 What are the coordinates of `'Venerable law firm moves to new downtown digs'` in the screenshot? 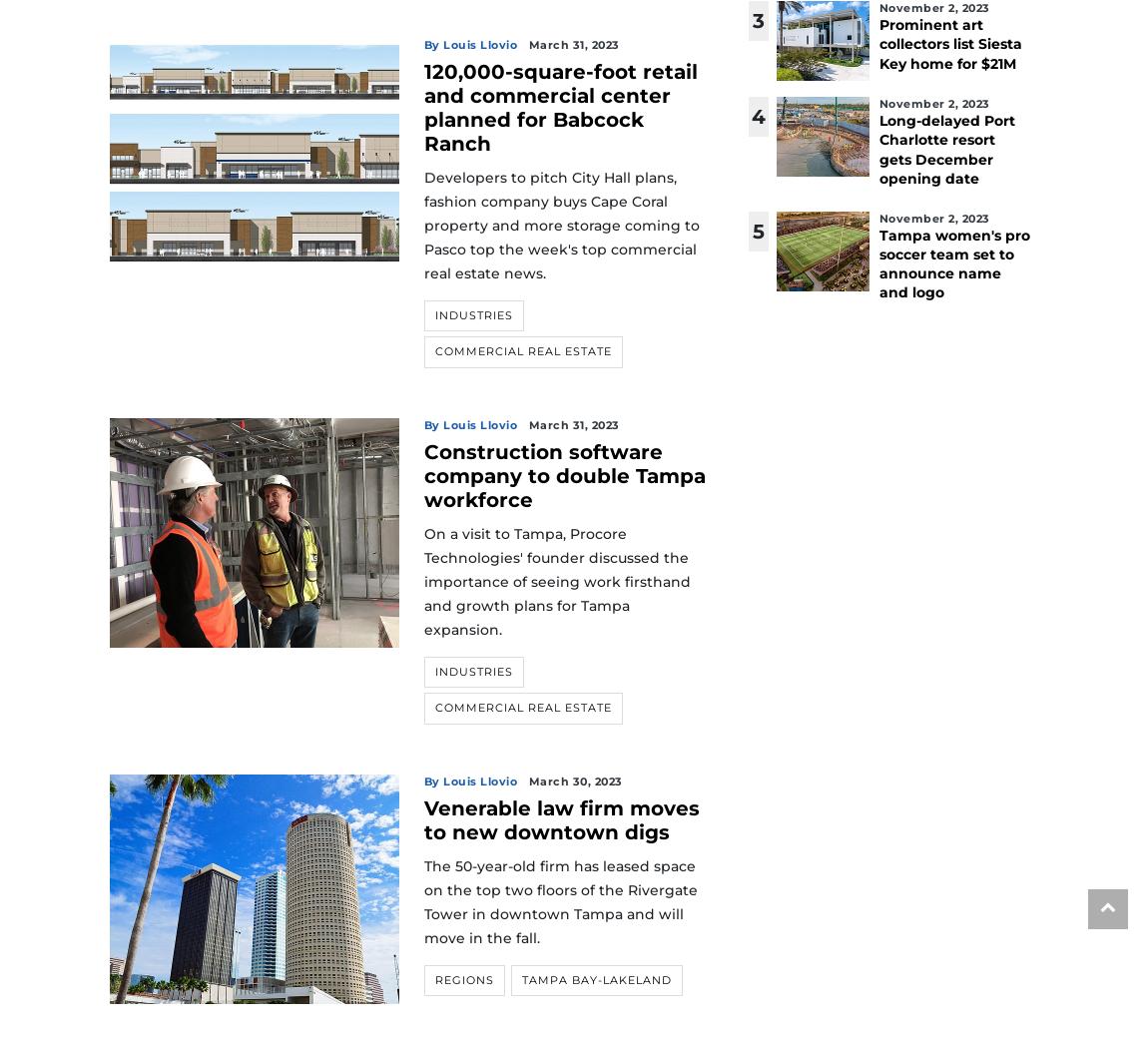 It's located at (423, 818).